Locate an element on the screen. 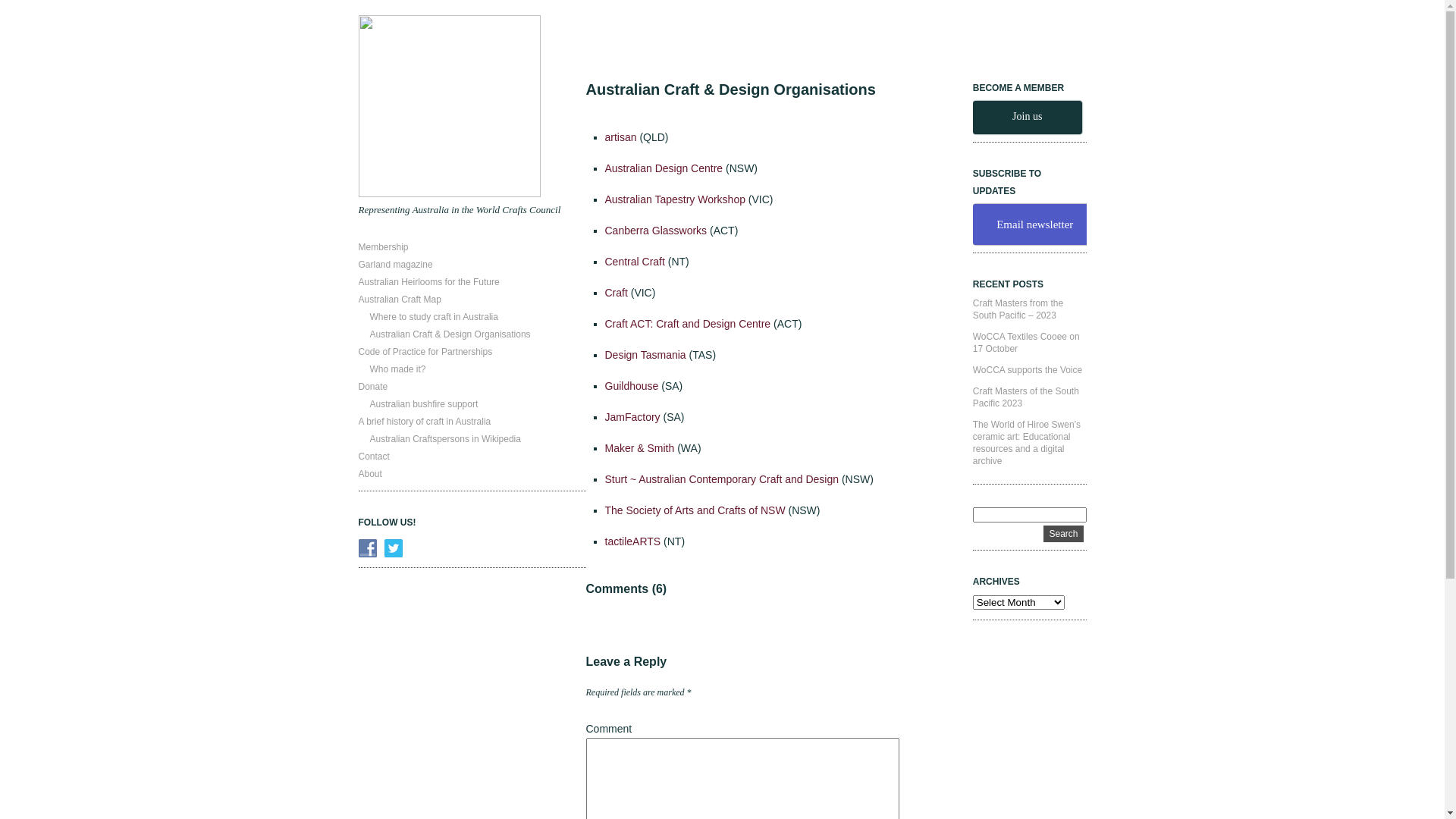 Image resolution: width=1456 pixels, height=819 pixels. 'Membership' is located at coordinates (382, 246).